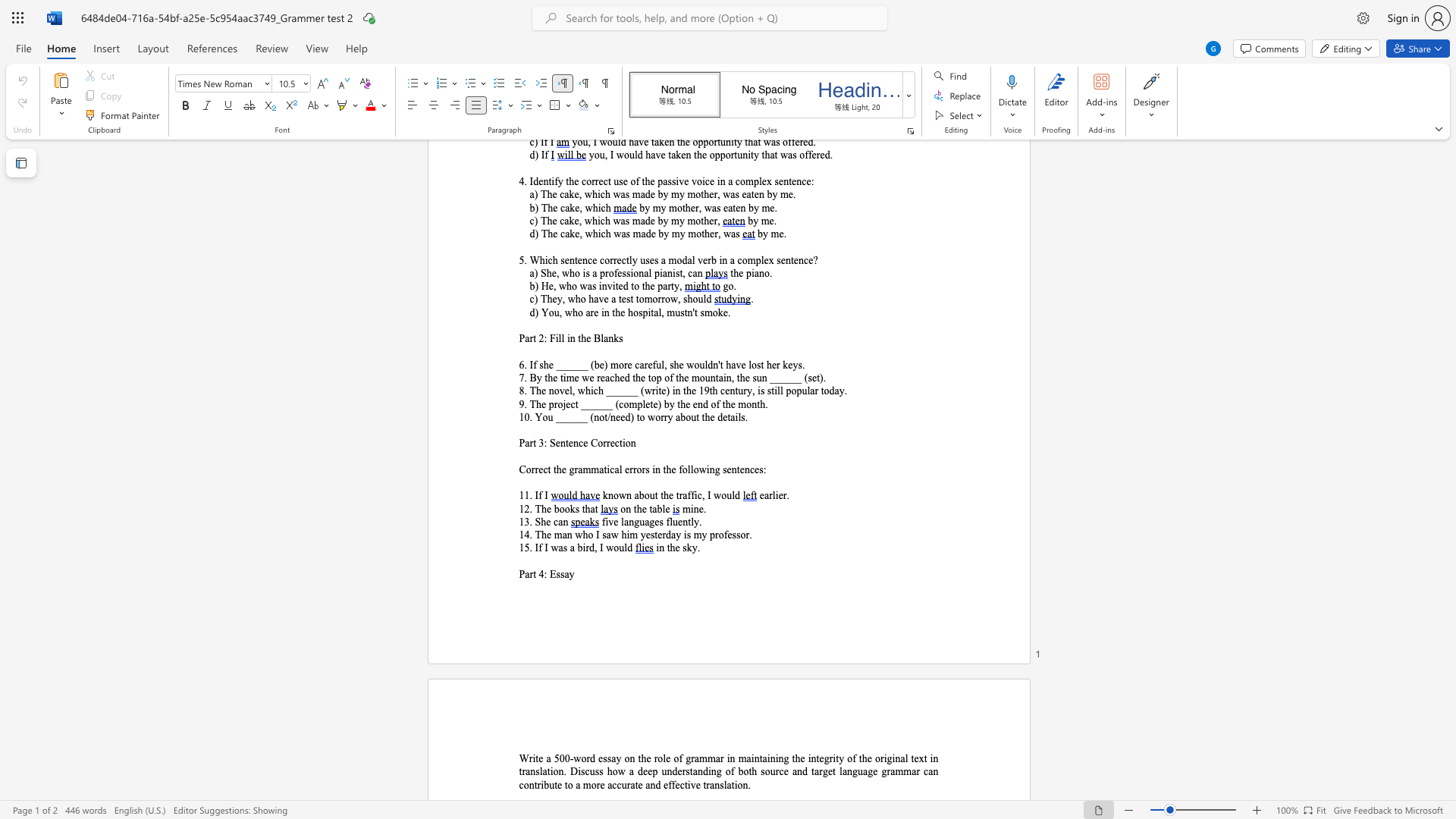  What do you see at coordinates (546, 469) in the screenshot?
I see `the space between the continuous character "c" and "t" in the text` at bounding box center [546, 469].